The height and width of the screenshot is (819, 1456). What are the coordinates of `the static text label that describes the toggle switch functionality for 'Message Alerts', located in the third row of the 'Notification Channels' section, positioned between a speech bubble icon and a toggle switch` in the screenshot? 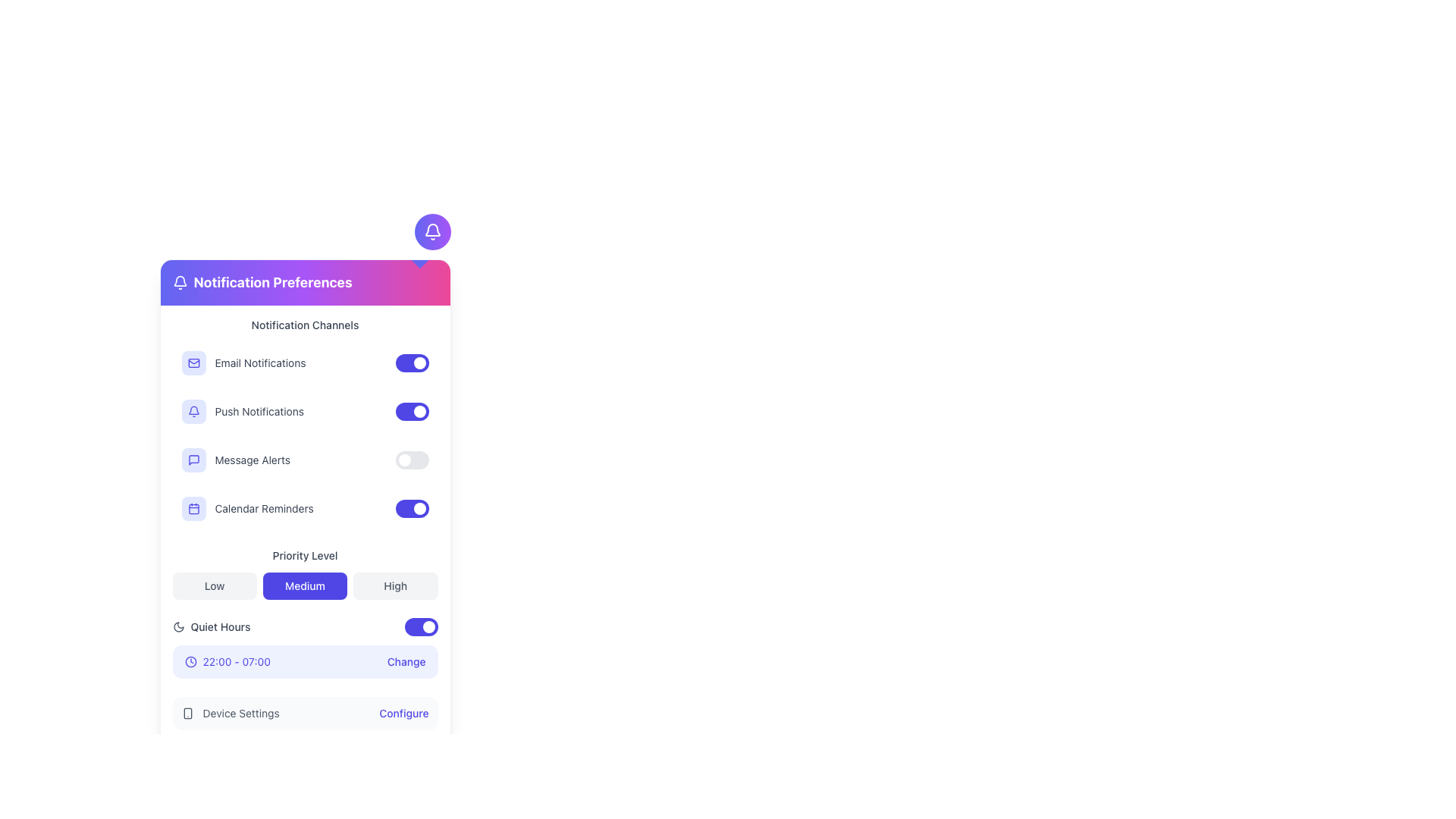 It's located at (253, 459).